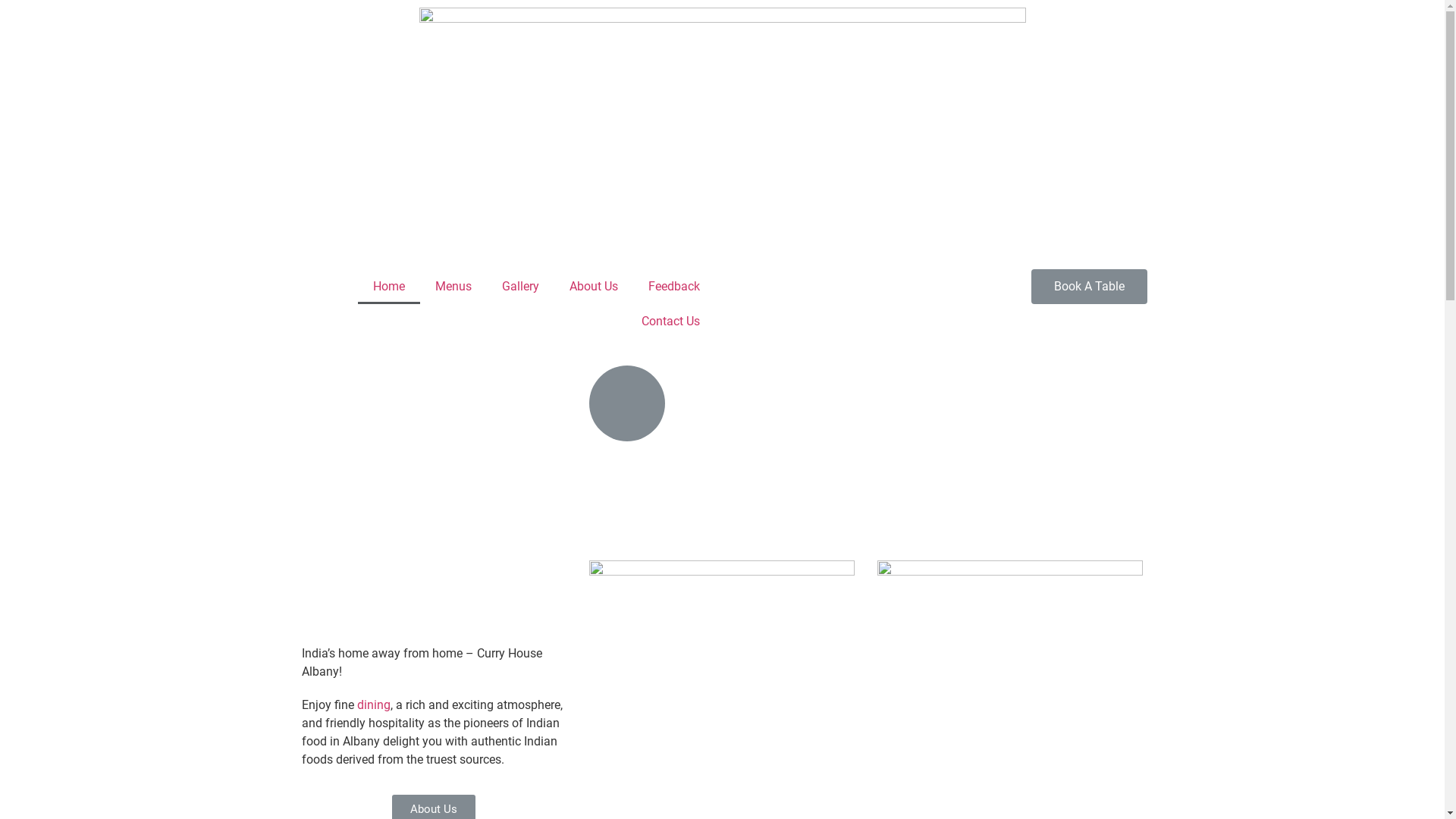  Describe the element at coordinates (372, 704) in the screenshot. I see `'dining'` at that location.